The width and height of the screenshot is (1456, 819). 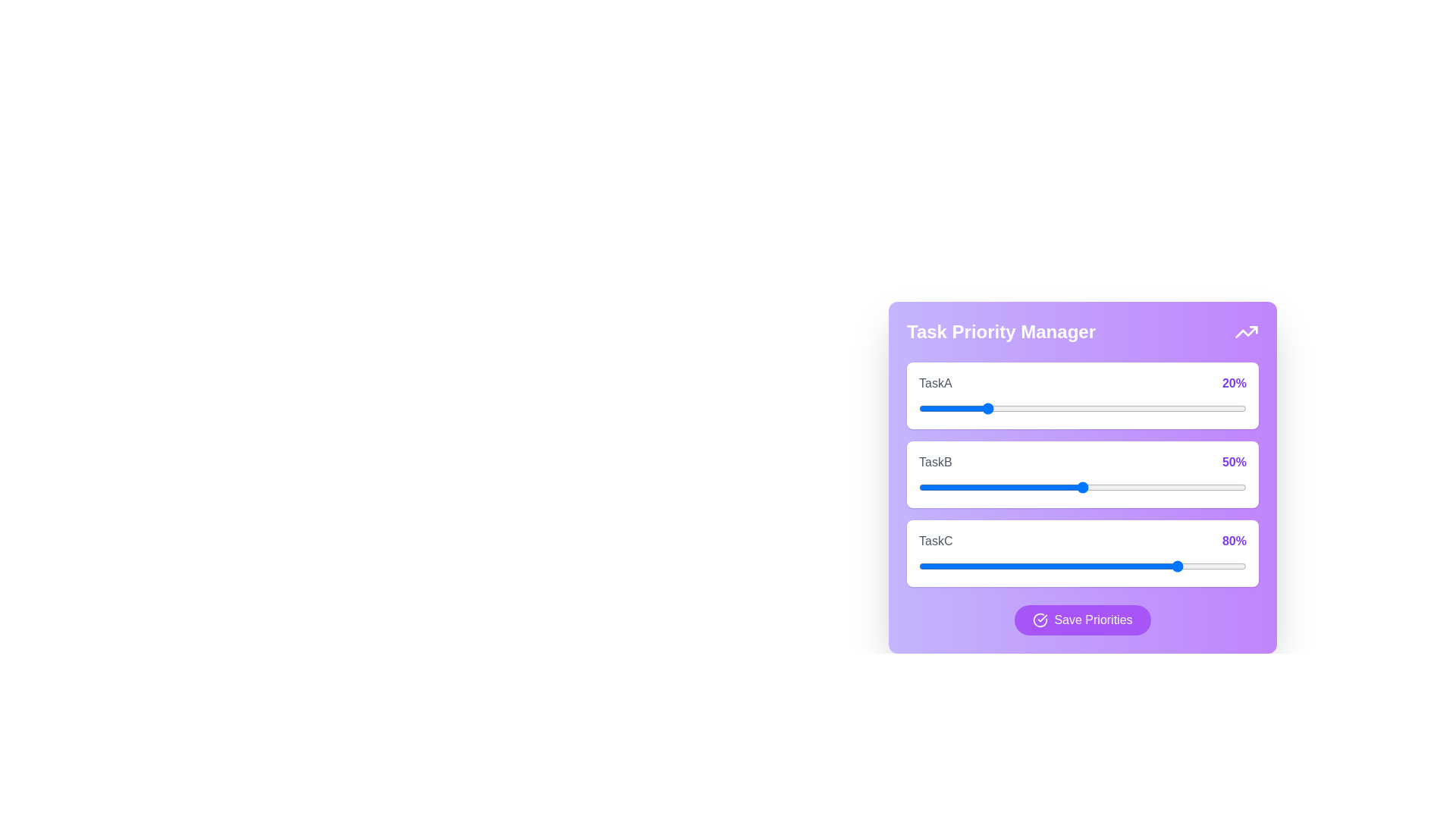 I want to click on the priority of TaskA to 34%, so click(x=1030, y=408).